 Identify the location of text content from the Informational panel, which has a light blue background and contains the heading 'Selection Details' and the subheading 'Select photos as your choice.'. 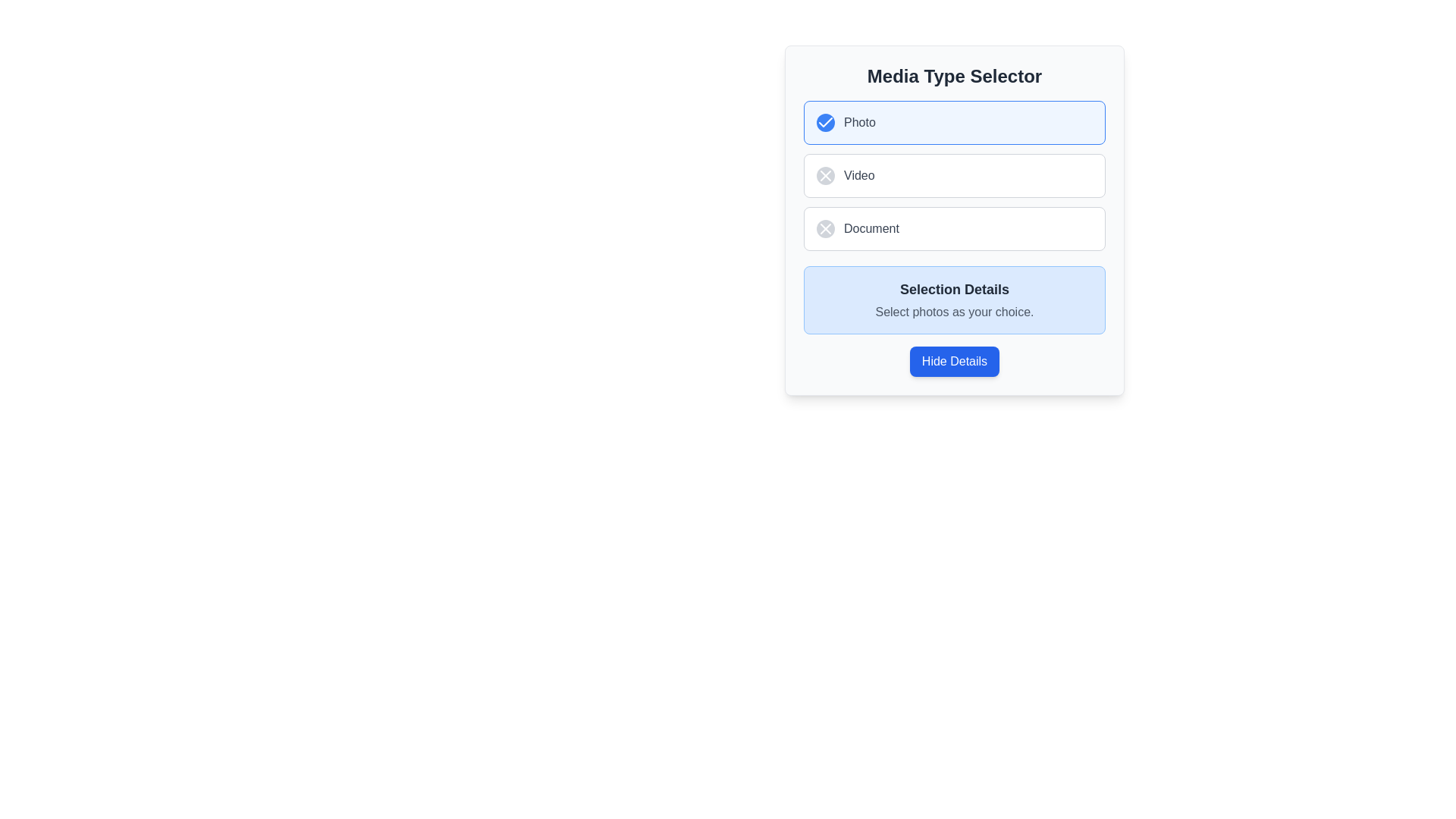
(953, 300).